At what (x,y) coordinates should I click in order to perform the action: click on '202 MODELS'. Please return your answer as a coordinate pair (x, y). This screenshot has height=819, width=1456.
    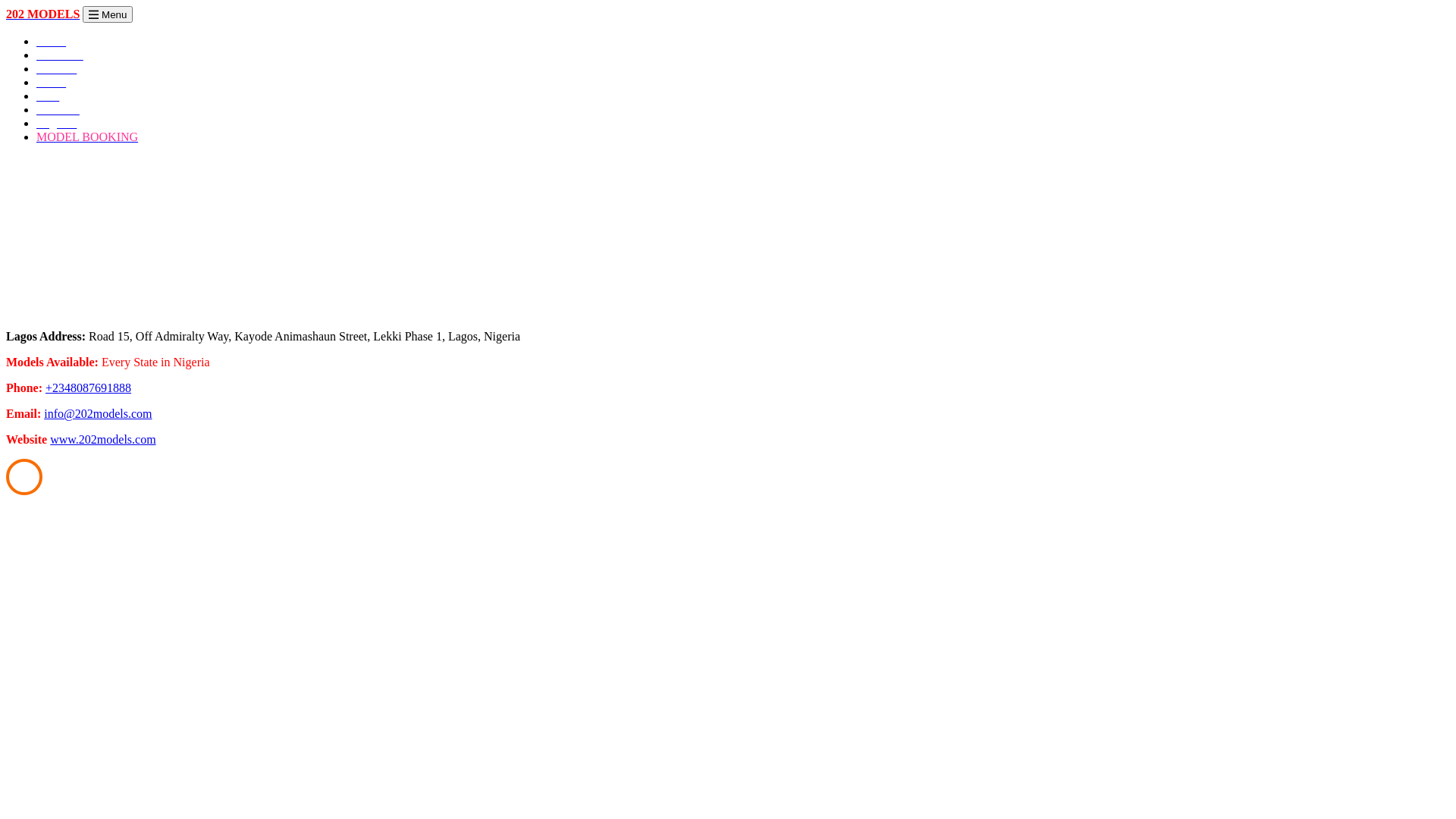
    Looking at the image, I should click on (42, 14).